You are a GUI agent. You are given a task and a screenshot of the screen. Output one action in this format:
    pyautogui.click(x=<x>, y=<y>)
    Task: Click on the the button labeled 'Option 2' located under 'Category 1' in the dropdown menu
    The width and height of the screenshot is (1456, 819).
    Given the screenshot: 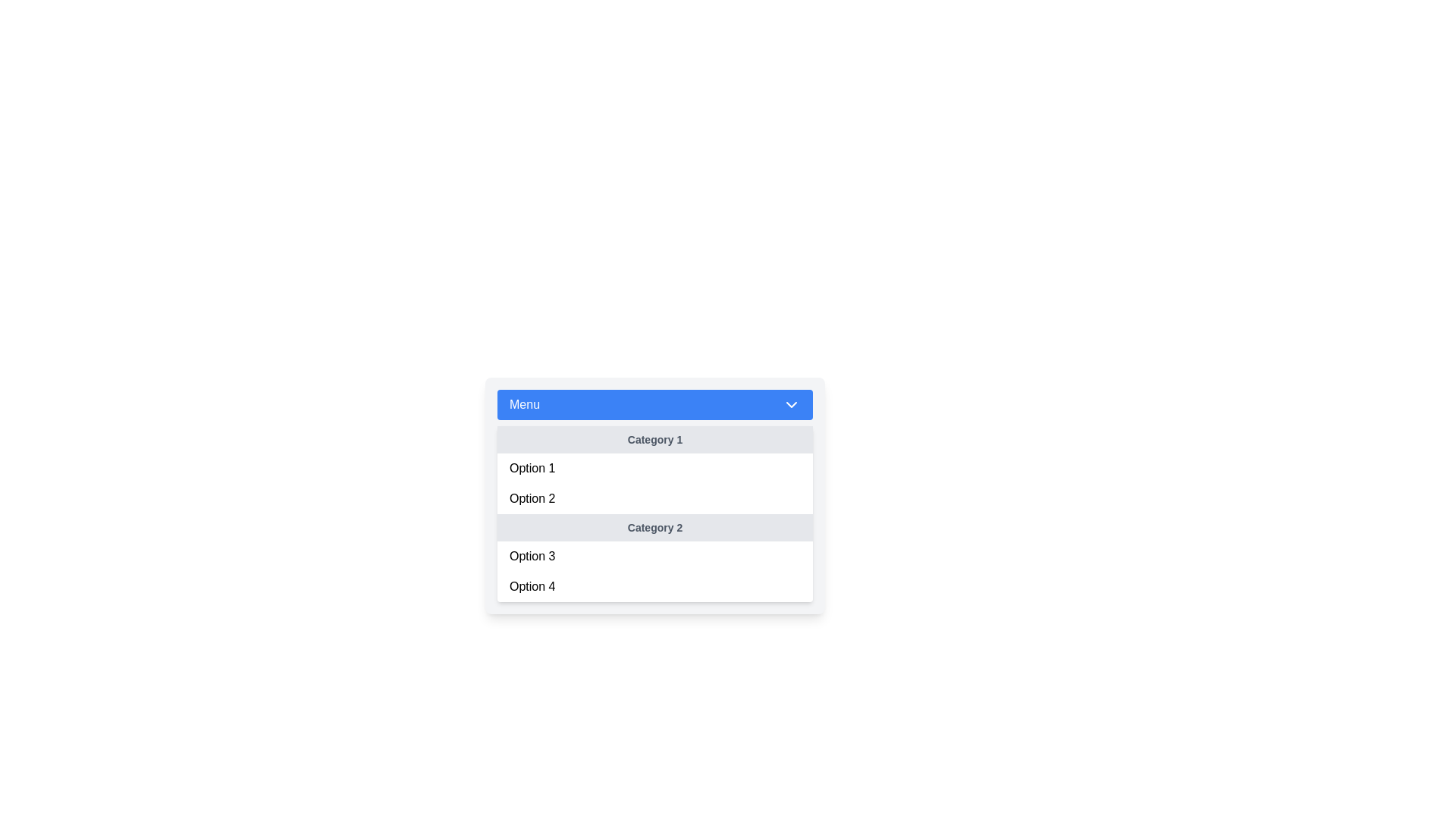 What is the action you would take?
    pyautogui.click(x=655, y=499)
    